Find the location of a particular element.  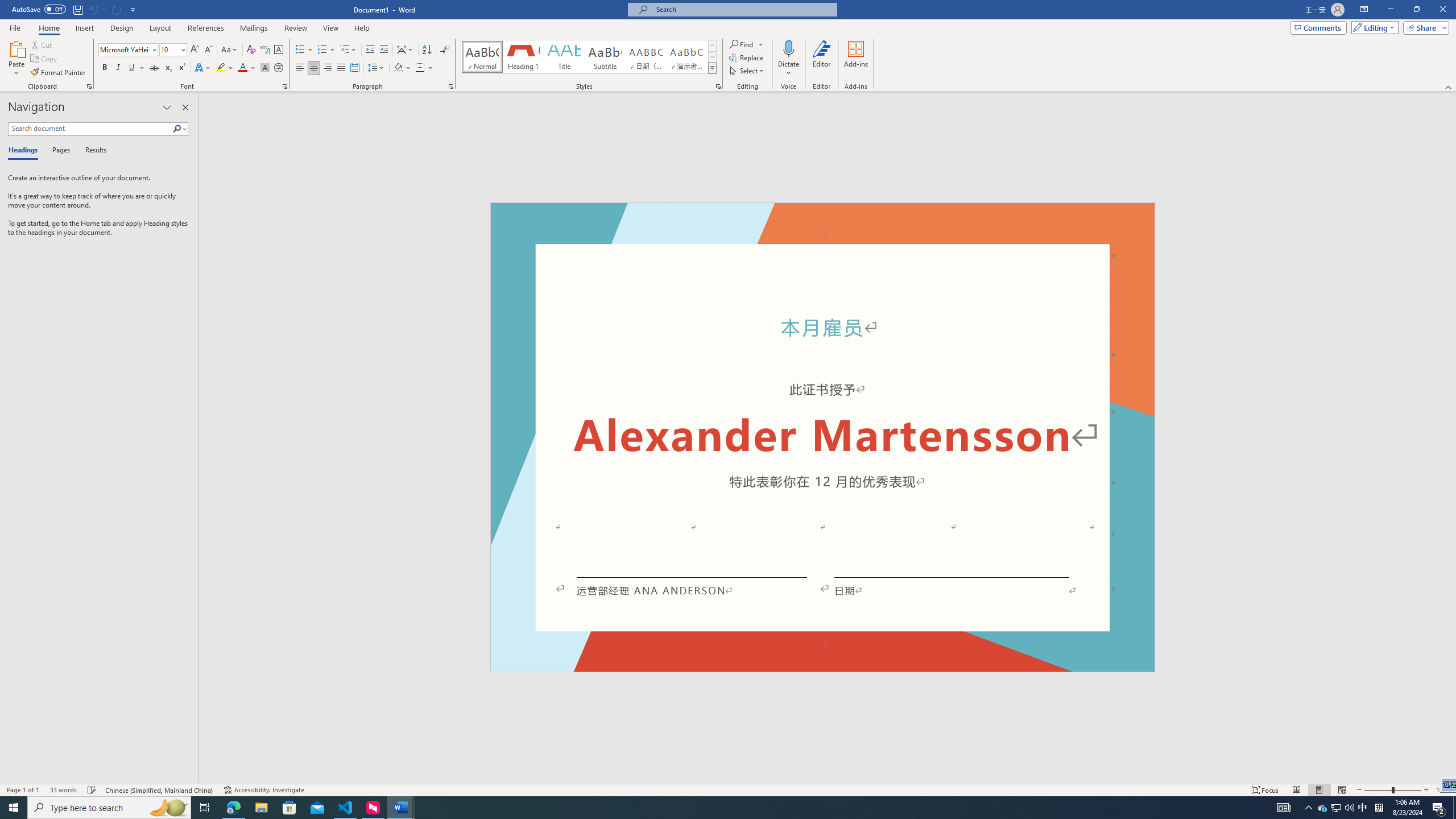

'Font Color Red' is located at coordinates (242, 67).